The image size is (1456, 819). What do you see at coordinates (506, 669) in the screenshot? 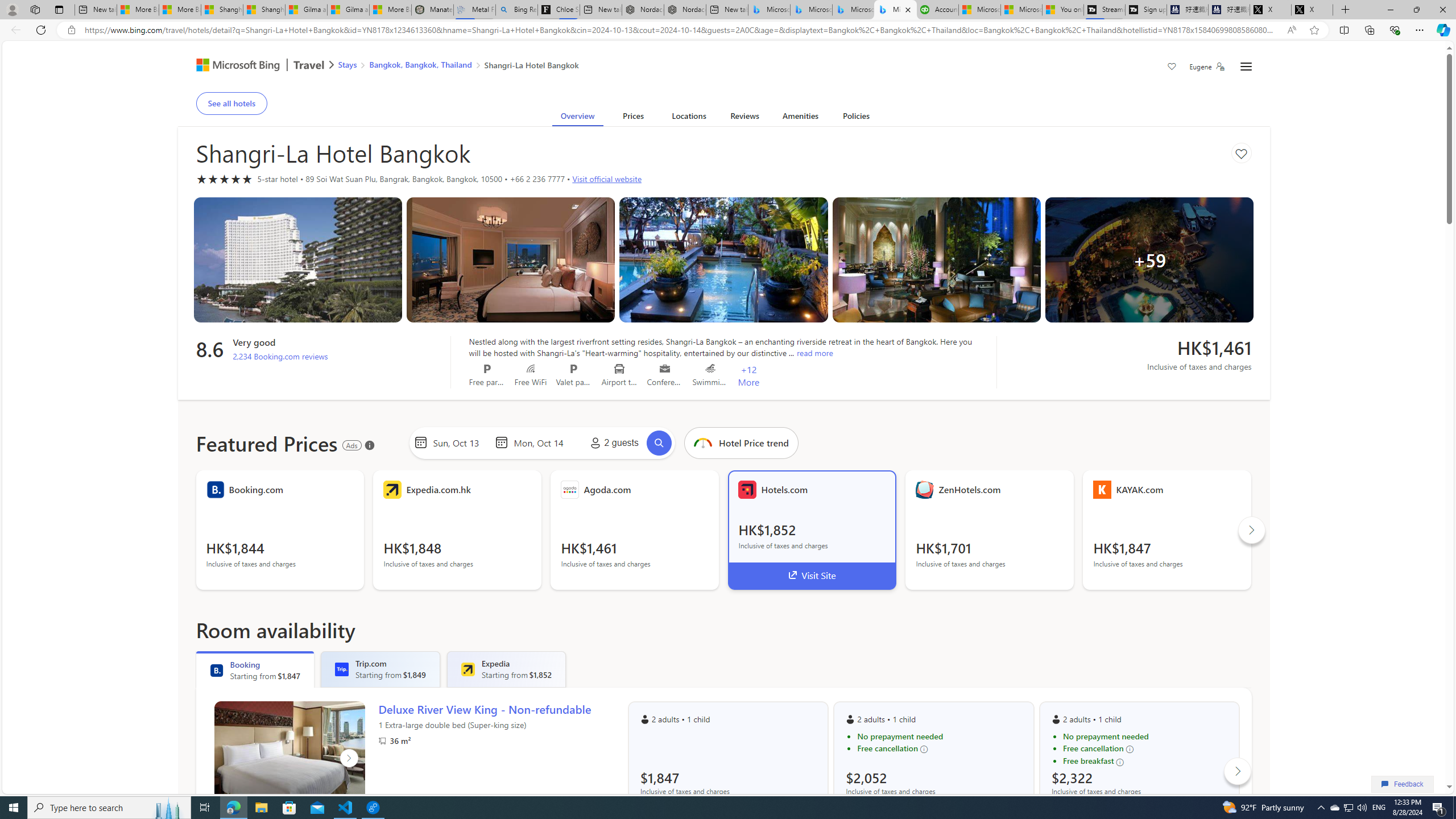
I see `'Expedia Expedia Starting from $1,852'` at bounding box center [506, 669].